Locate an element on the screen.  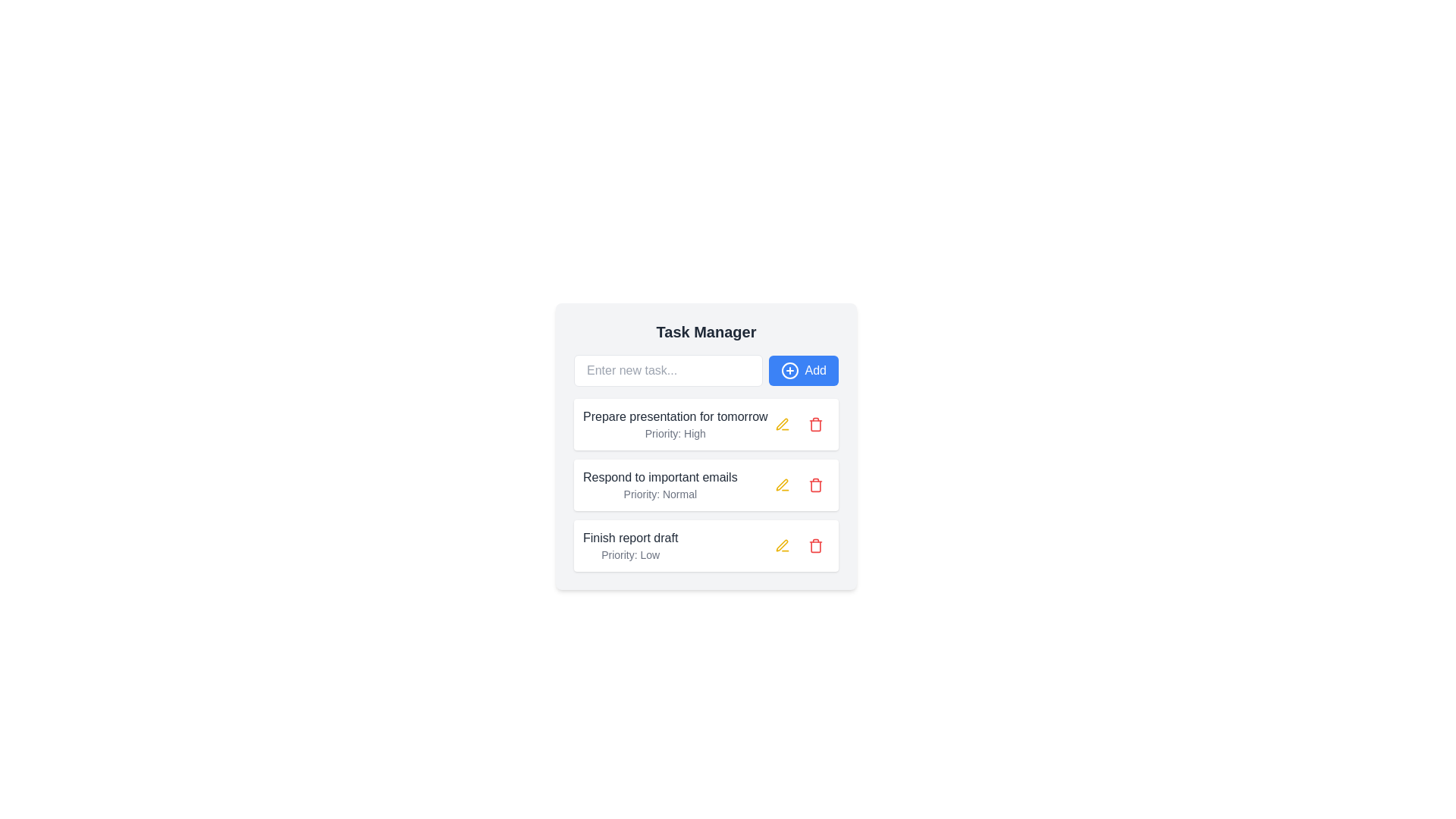
the text display element representing a task in the task management application, located in the second position from the top within a vertical list of task cards is located at coordinates (660, 485).